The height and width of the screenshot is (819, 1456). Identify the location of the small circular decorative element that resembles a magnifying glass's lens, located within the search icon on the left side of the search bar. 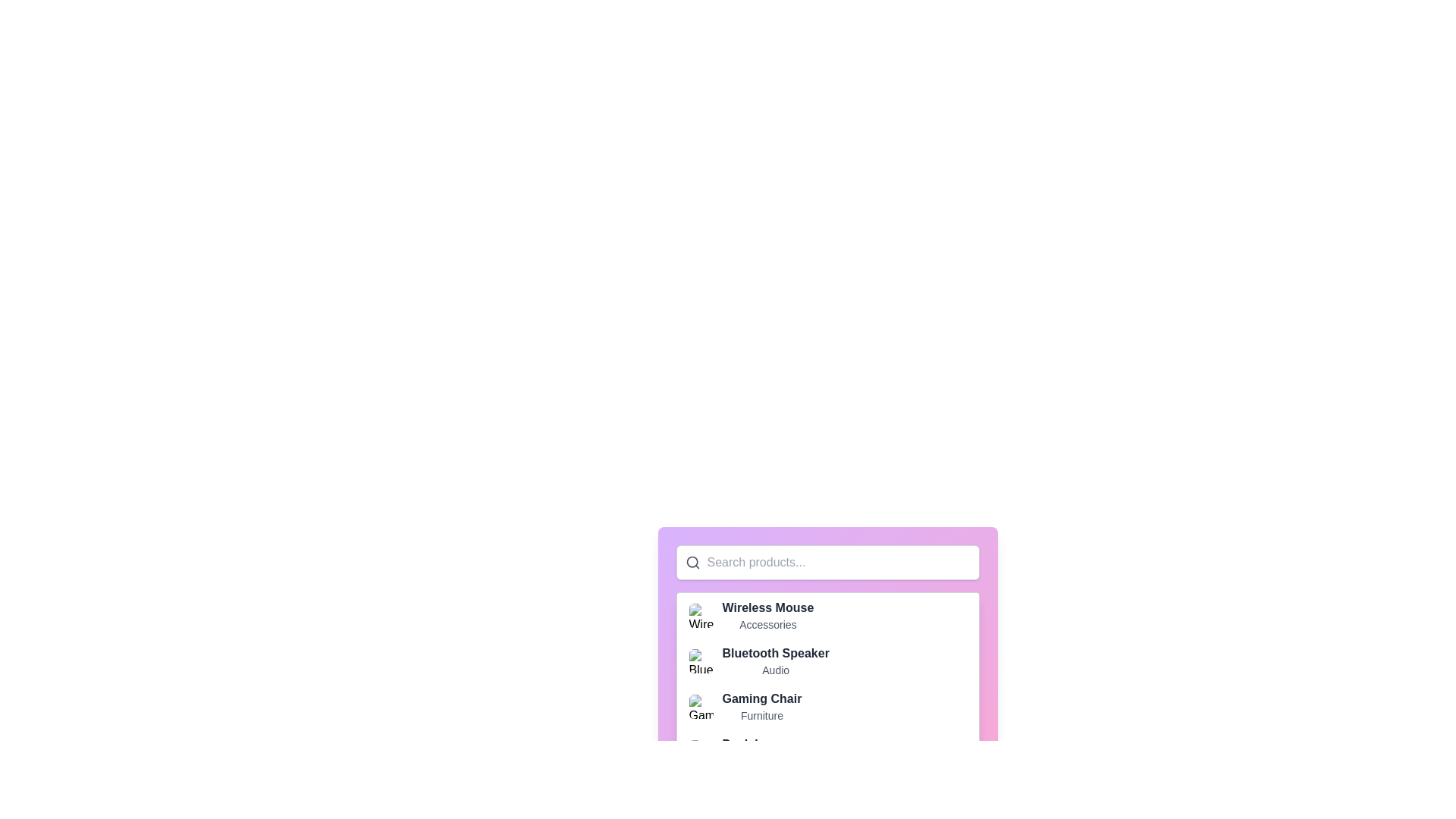
(691, 562).